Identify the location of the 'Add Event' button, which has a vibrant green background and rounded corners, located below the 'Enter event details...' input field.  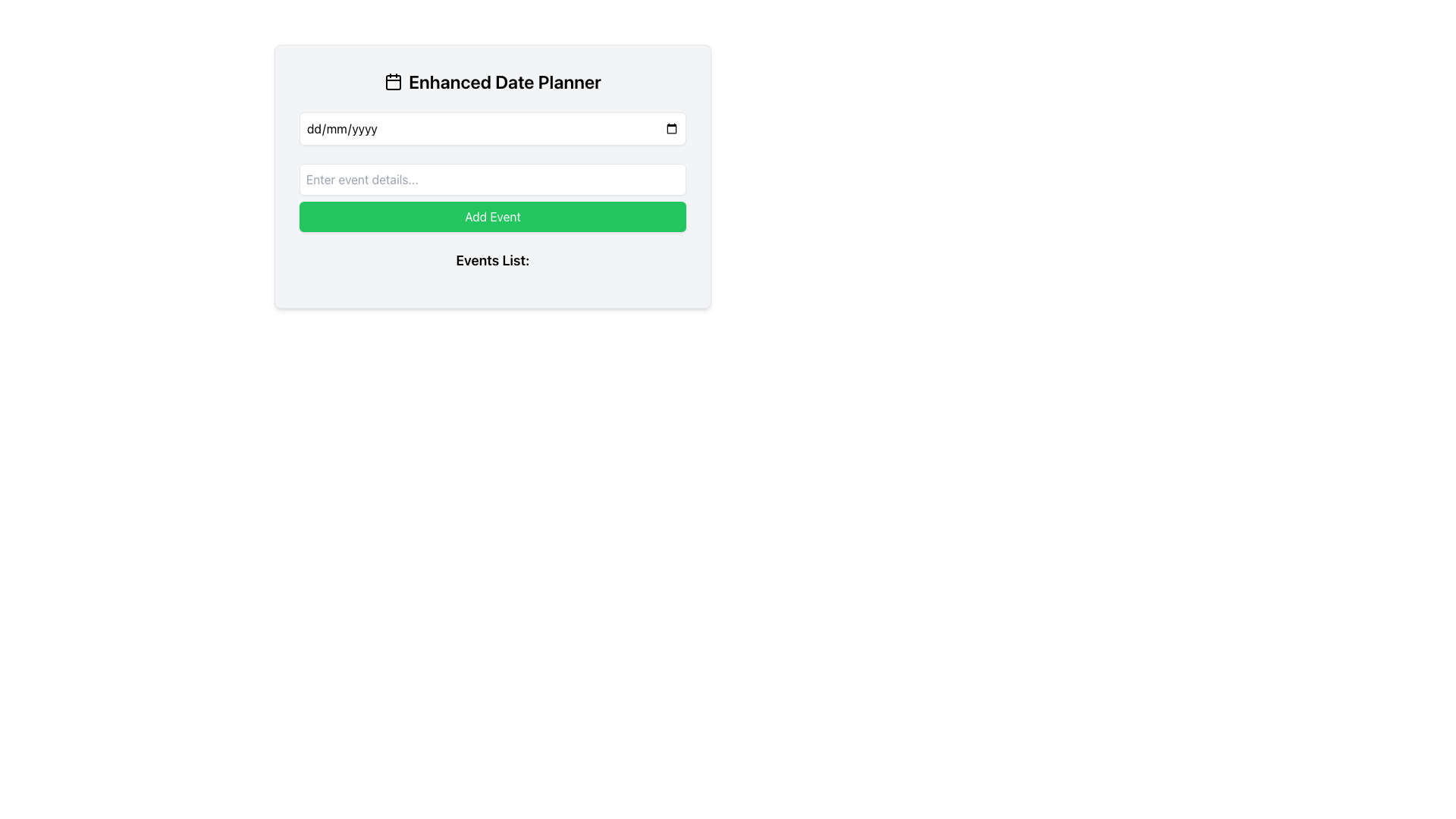
(492, 216).